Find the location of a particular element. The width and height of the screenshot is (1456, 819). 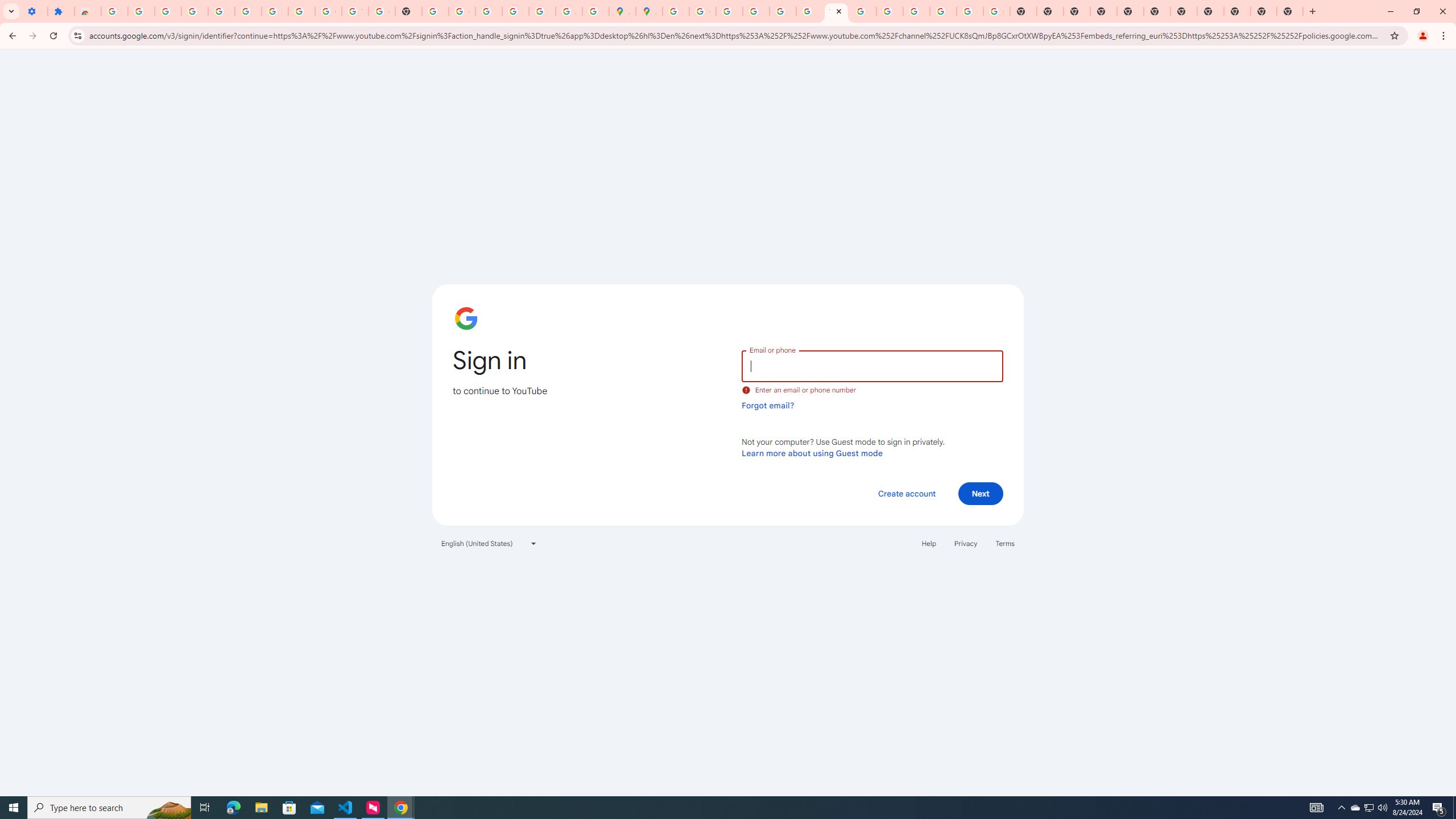

'New Tab' is located at coordinates (1236, 11).